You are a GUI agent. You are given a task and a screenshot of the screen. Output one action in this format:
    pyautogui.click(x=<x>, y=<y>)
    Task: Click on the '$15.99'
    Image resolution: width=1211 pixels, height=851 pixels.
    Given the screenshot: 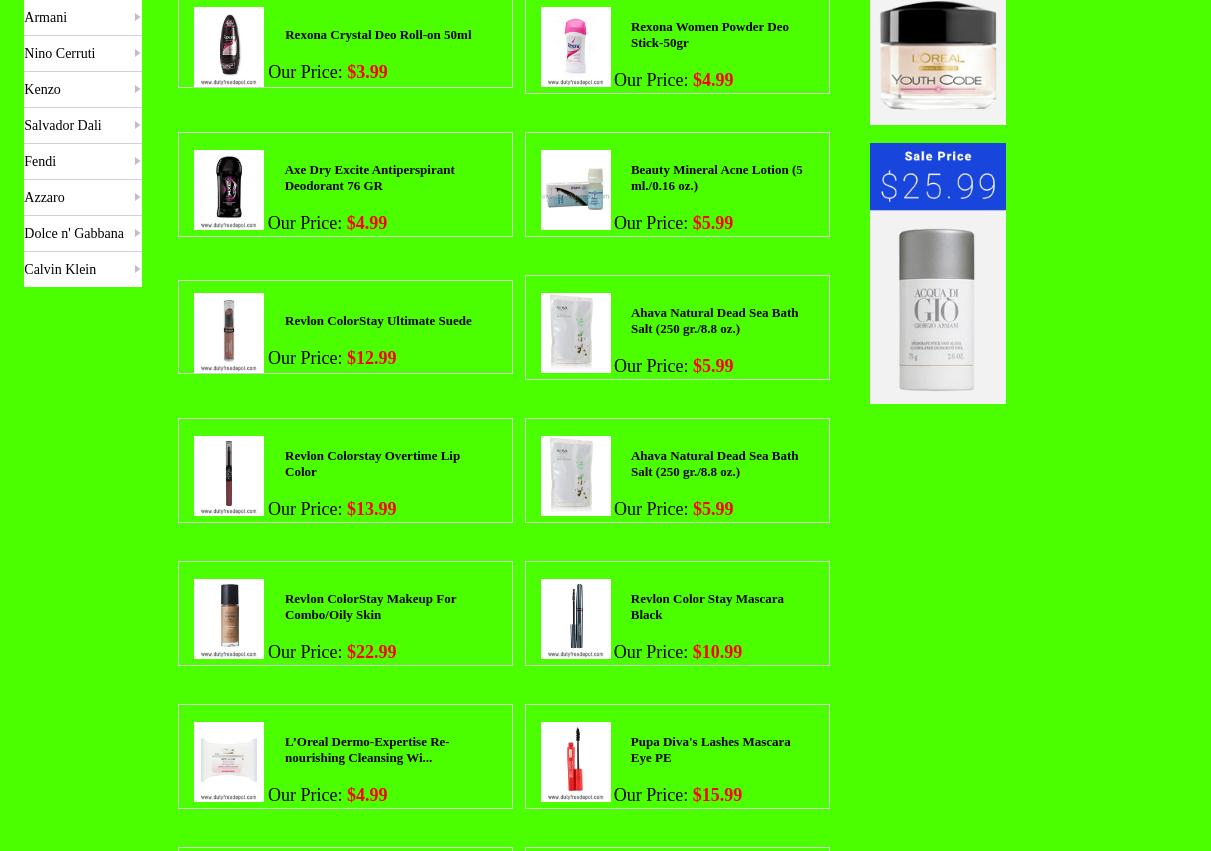 What is the action you would take?
    pyautogui.click(x=716, y=792)
    